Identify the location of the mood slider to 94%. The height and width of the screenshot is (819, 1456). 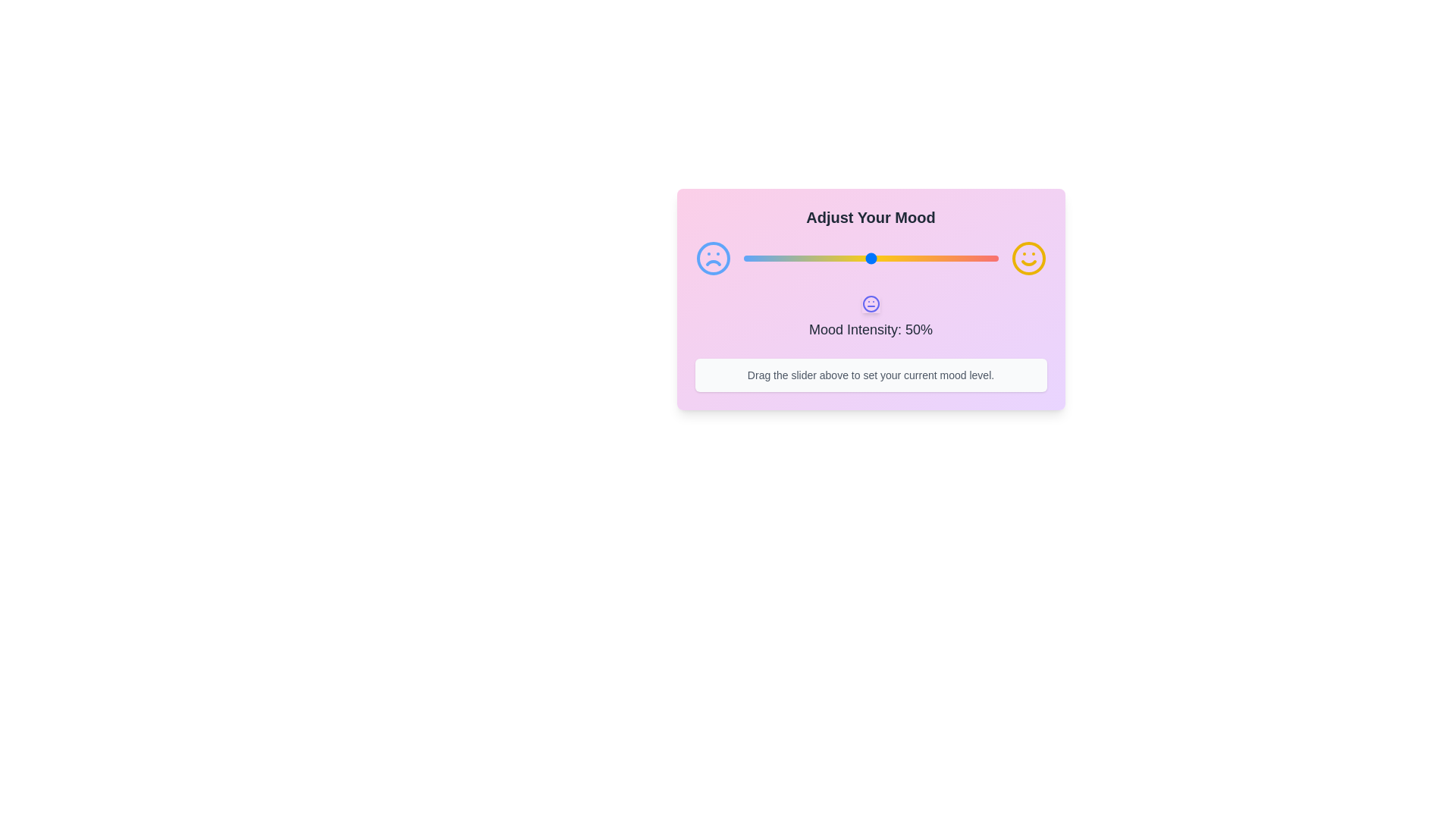
(983, 257).